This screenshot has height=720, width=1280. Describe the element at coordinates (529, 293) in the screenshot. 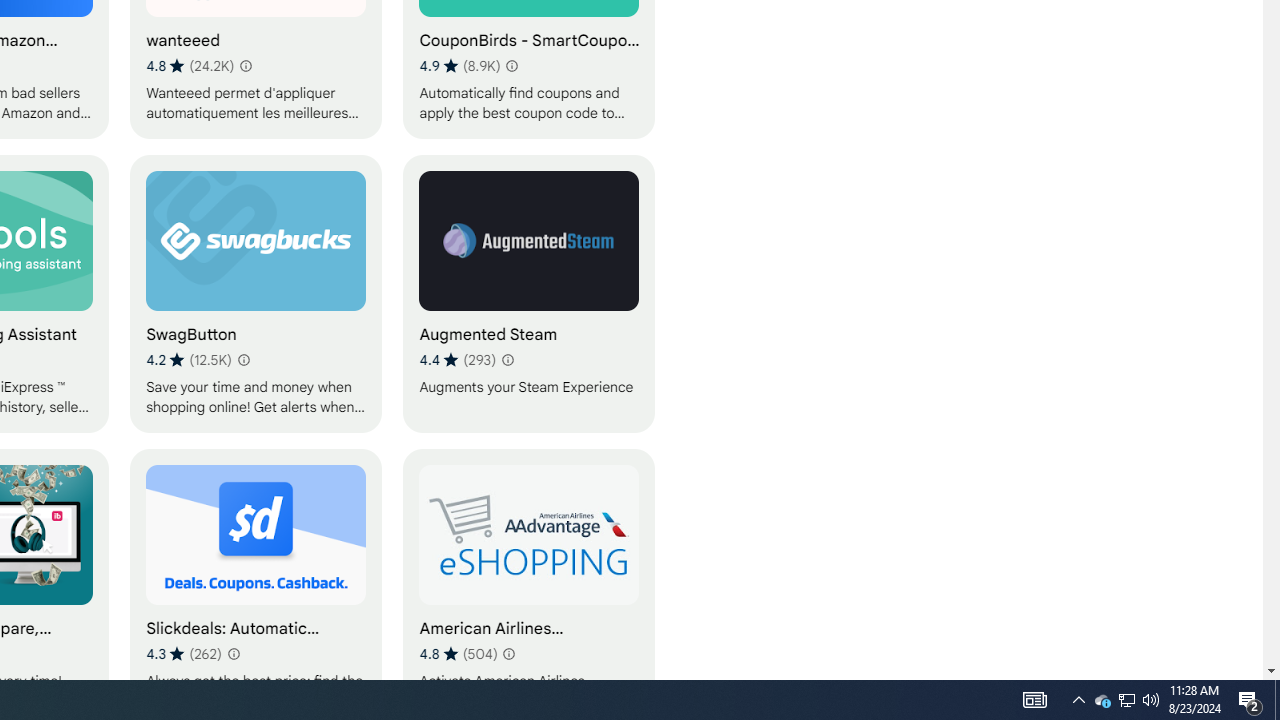

I see `'Augmented Steam'` at that location.